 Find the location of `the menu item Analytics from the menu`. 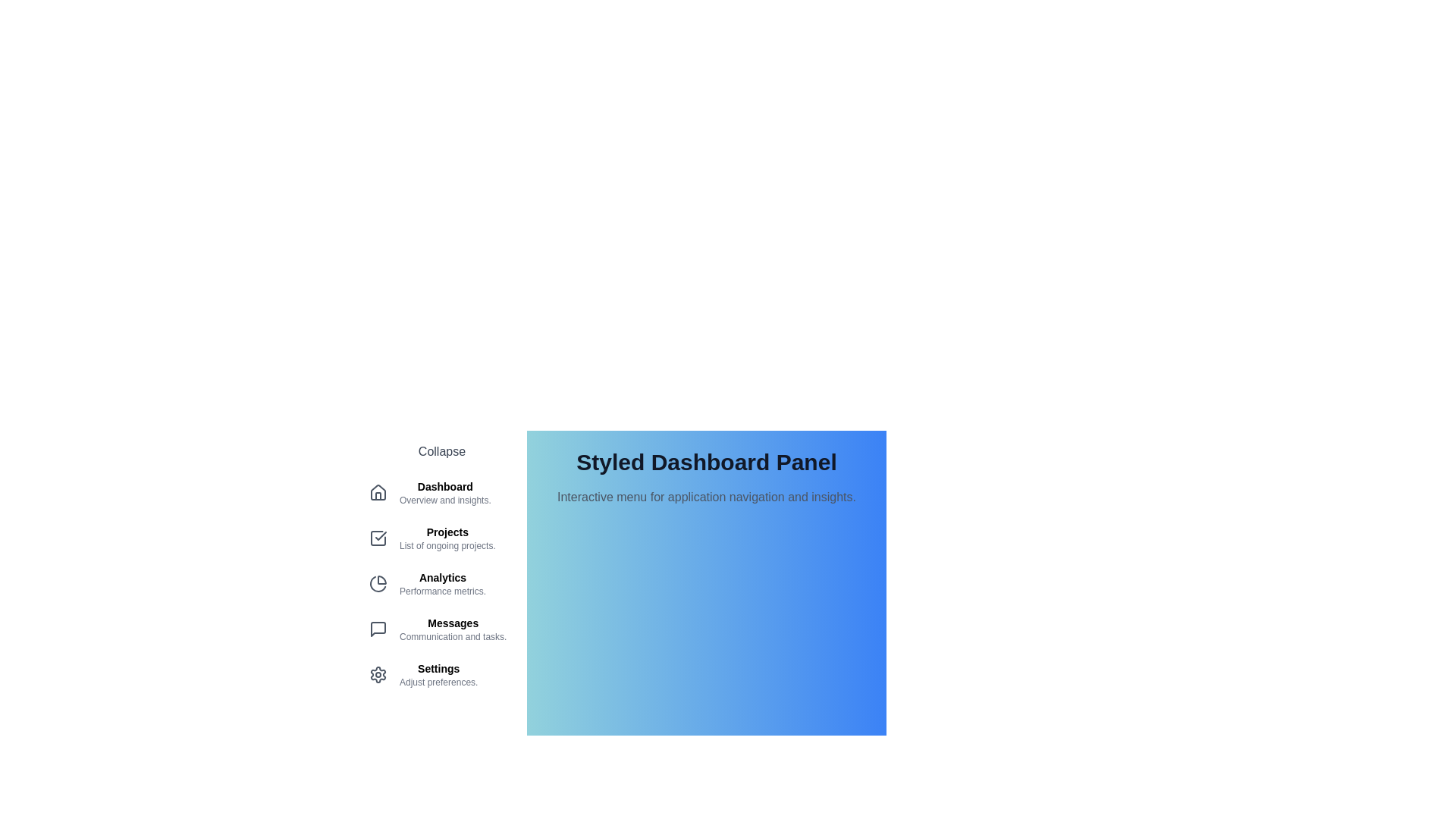

the menu item Analytics from the menu is located at coordinates (441, 583).